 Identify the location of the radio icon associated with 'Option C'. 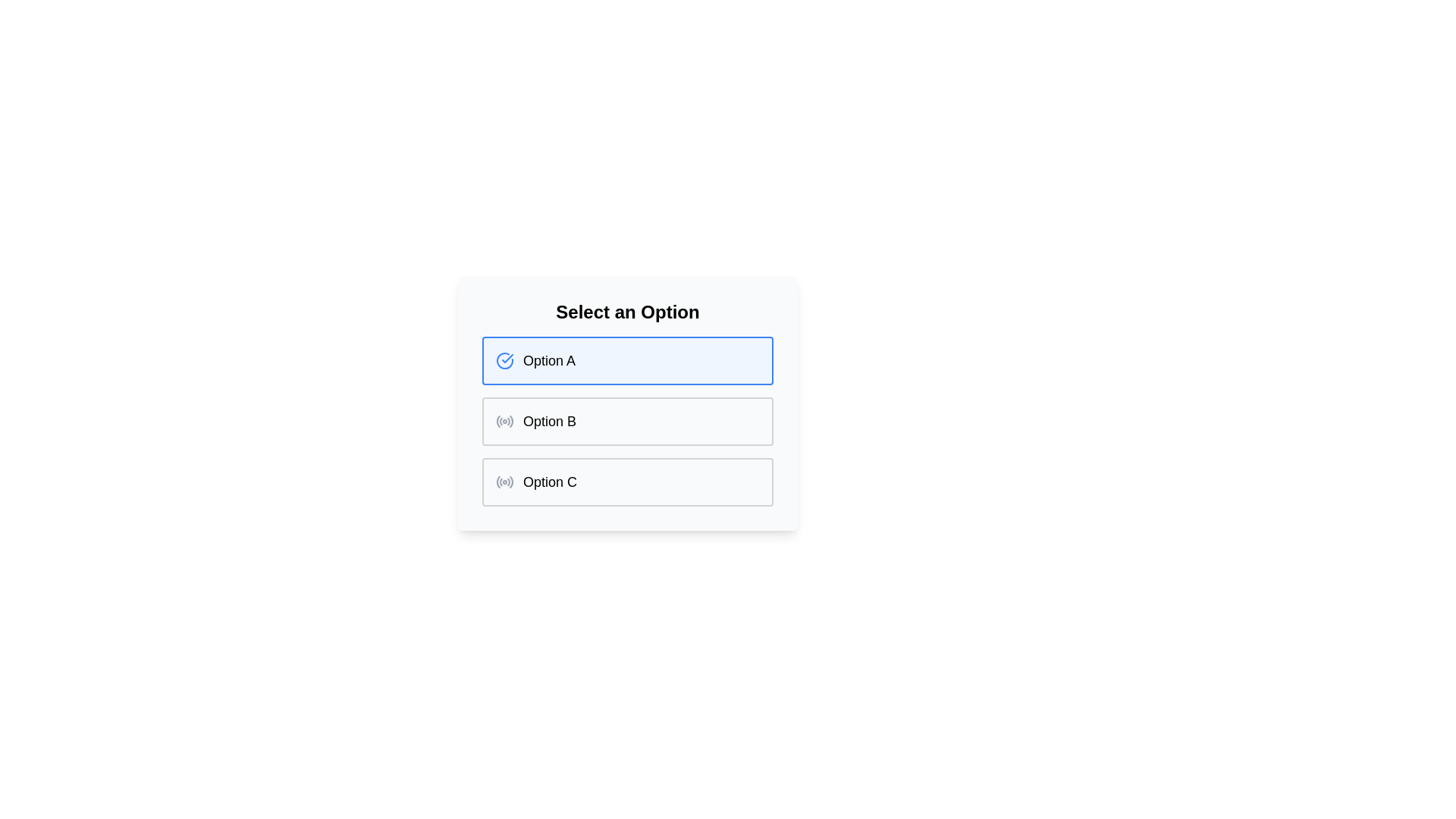
(505, 482).